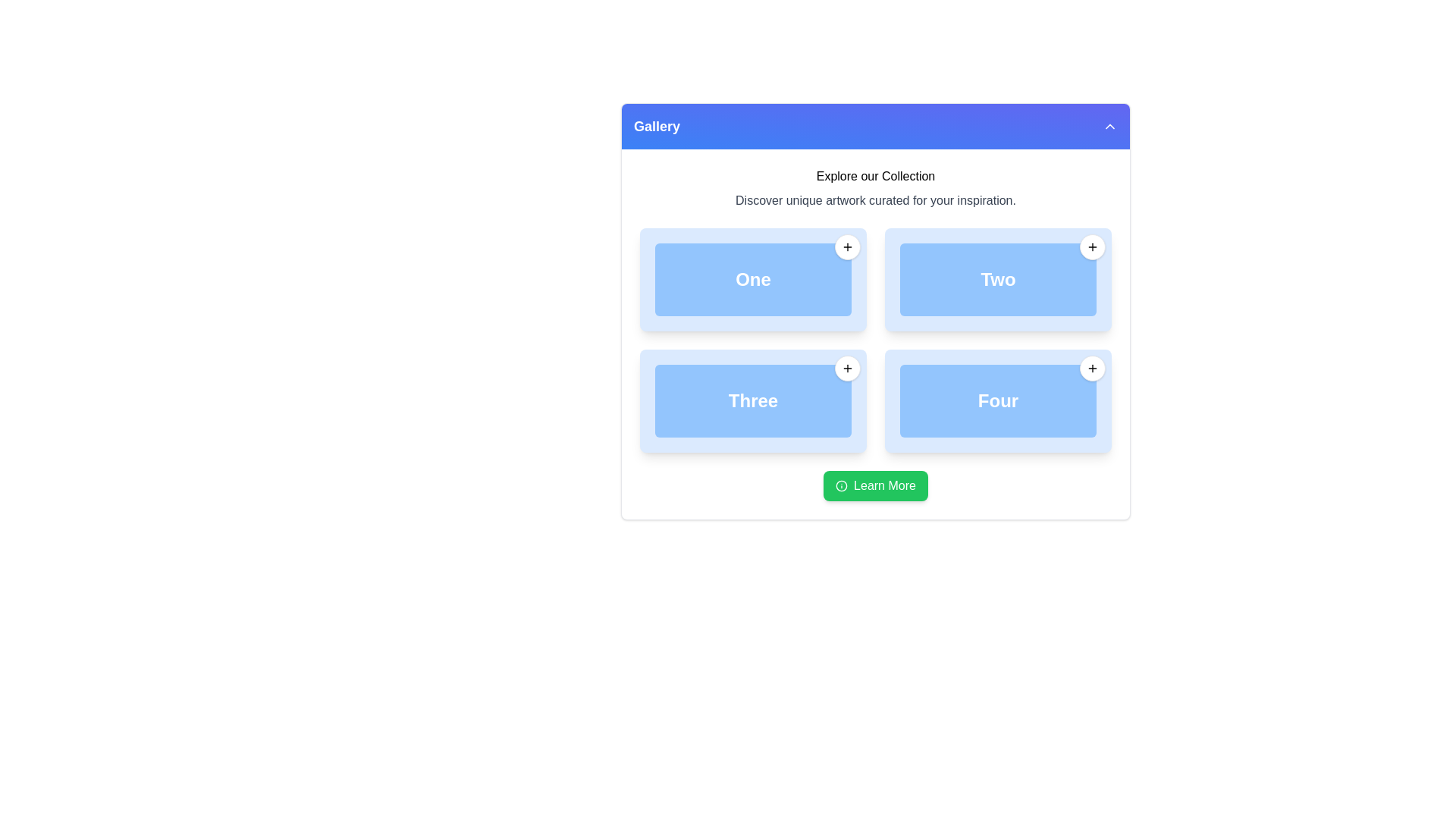 This screenshot has height=819, width=1456. I want to click on text component displaying 'Explore our Collection', which is styled in a medium size and located near the top of the interface, so click(876, 175).